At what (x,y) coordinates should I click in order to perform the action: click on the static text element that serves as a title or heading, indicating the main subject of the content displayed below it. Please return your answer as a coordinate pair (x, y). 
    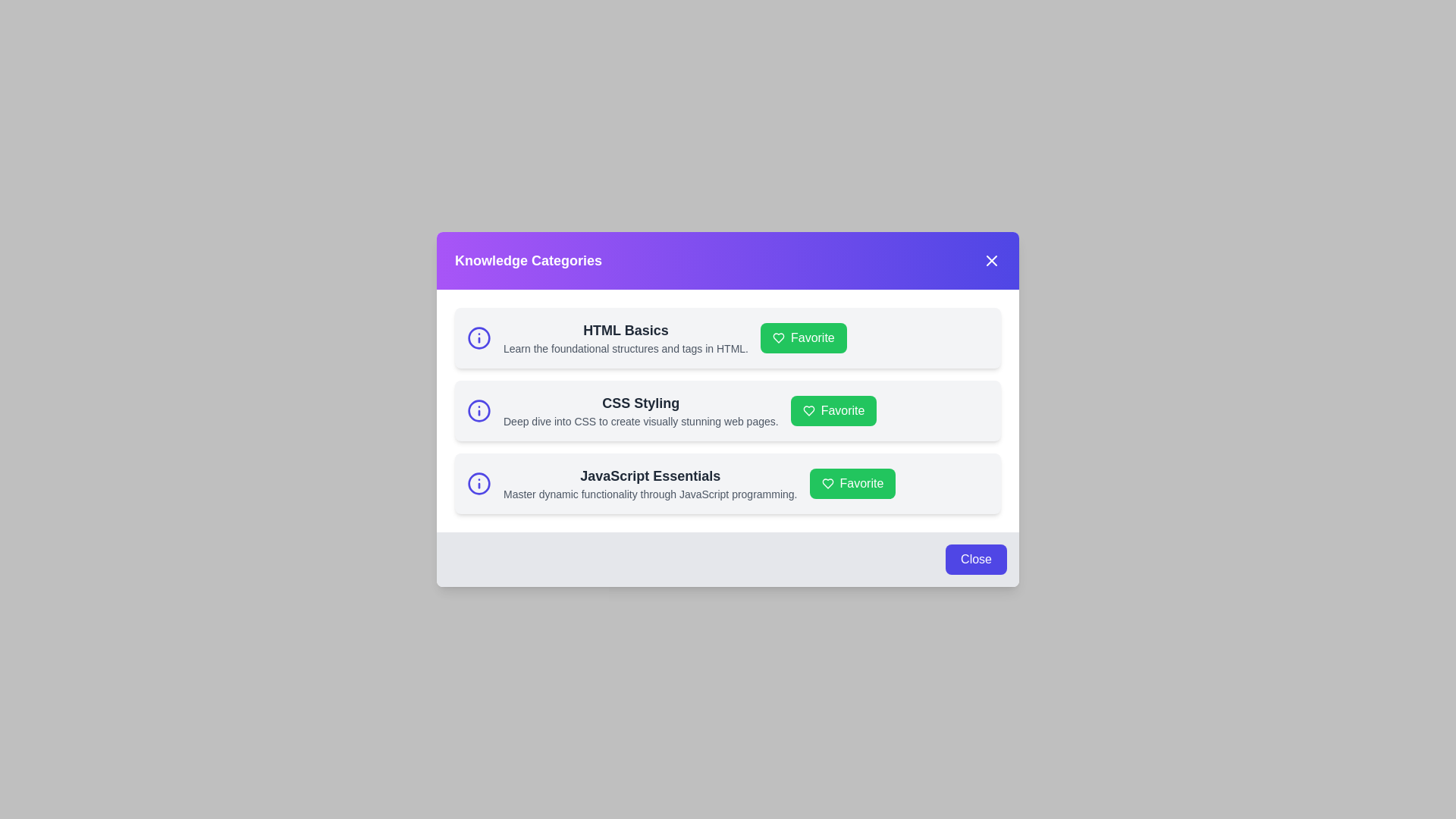
    Looking at the image, I should click on (528, 259).